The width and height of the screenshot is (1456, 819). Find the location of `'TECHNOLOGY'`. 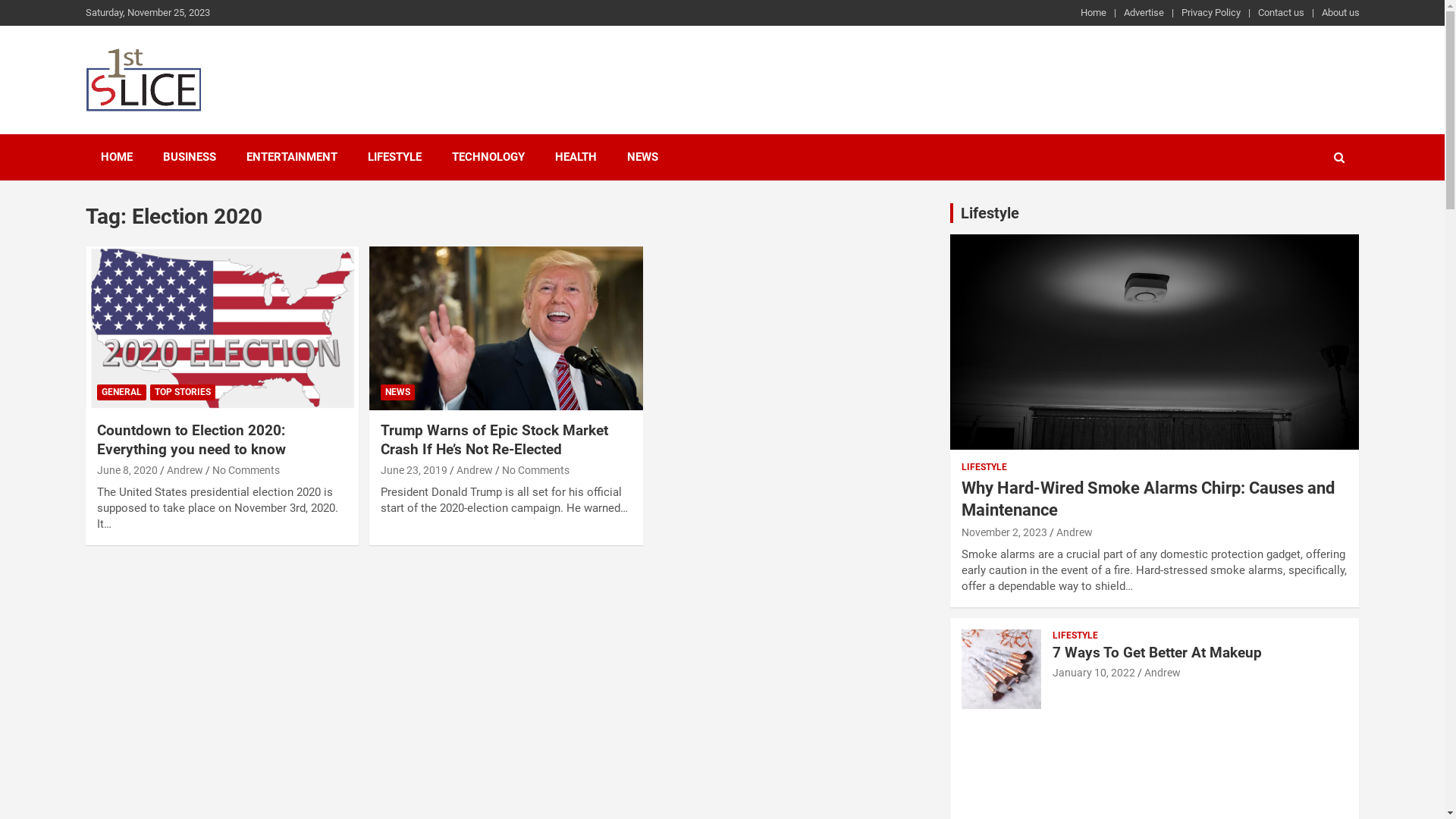

'TECHNOLOGY' is located at coordinates (488, 157).